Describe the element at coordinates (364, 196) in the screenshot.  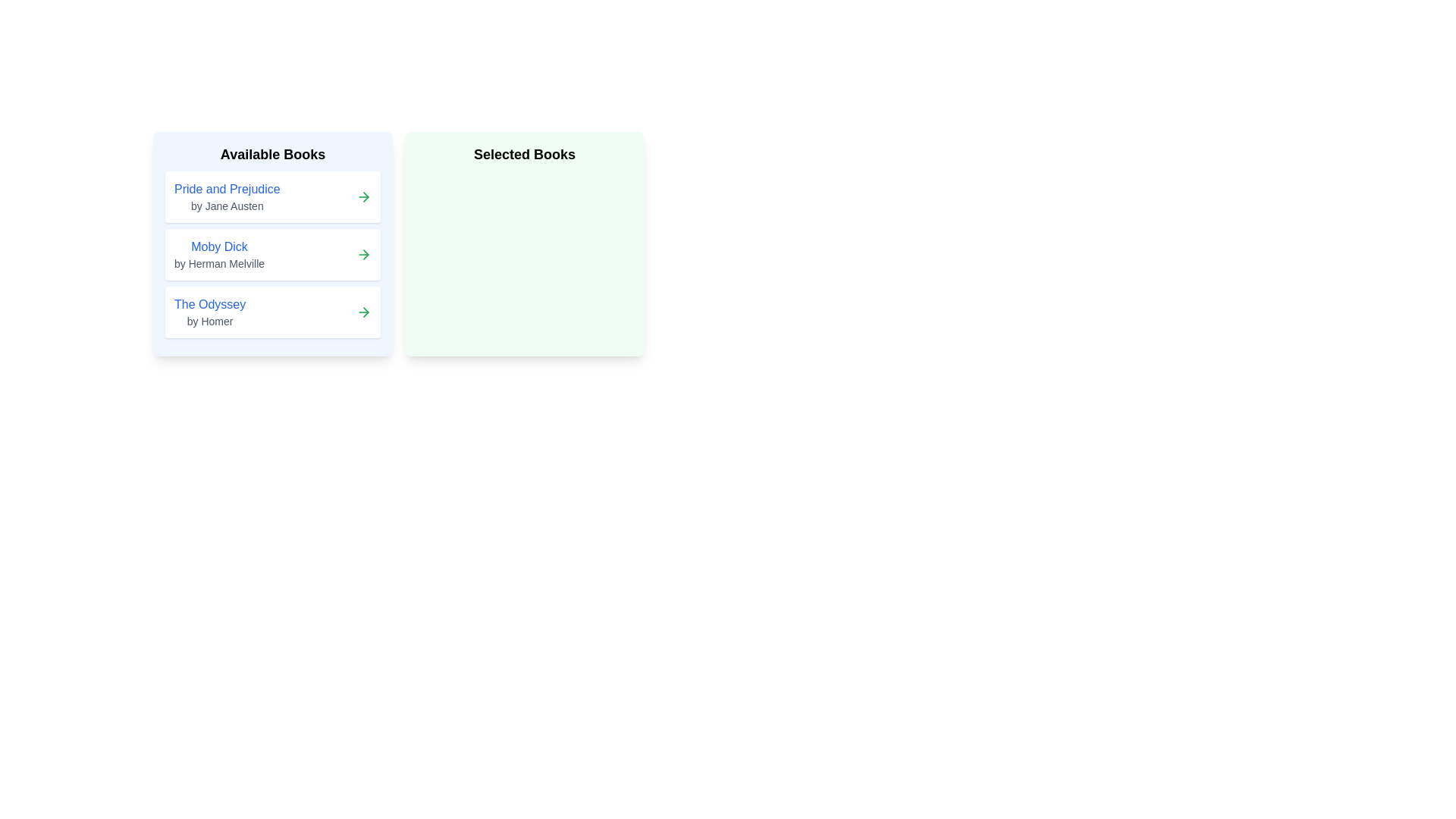
I see `the green arrow icon on the right side of the list item for 'Pride and Prejudice' by Jane Austen` at that location.